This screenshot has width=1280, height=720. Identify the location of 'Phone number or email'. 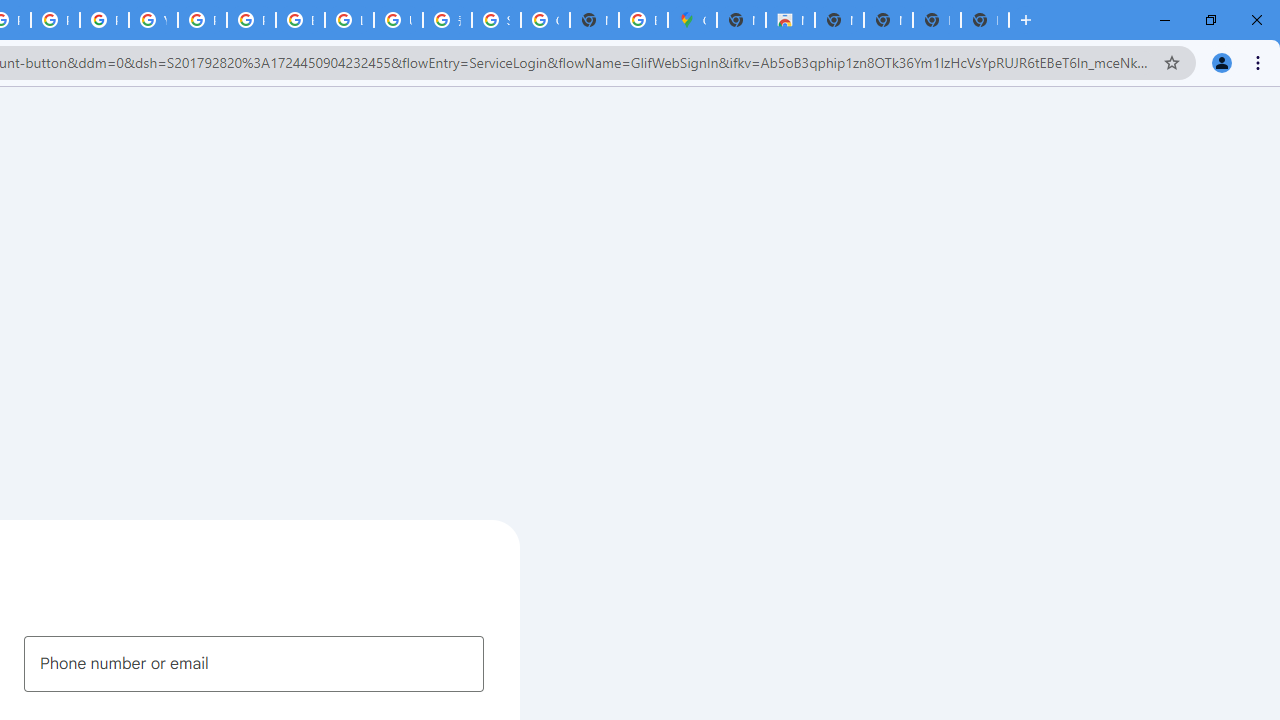
(253, 663).